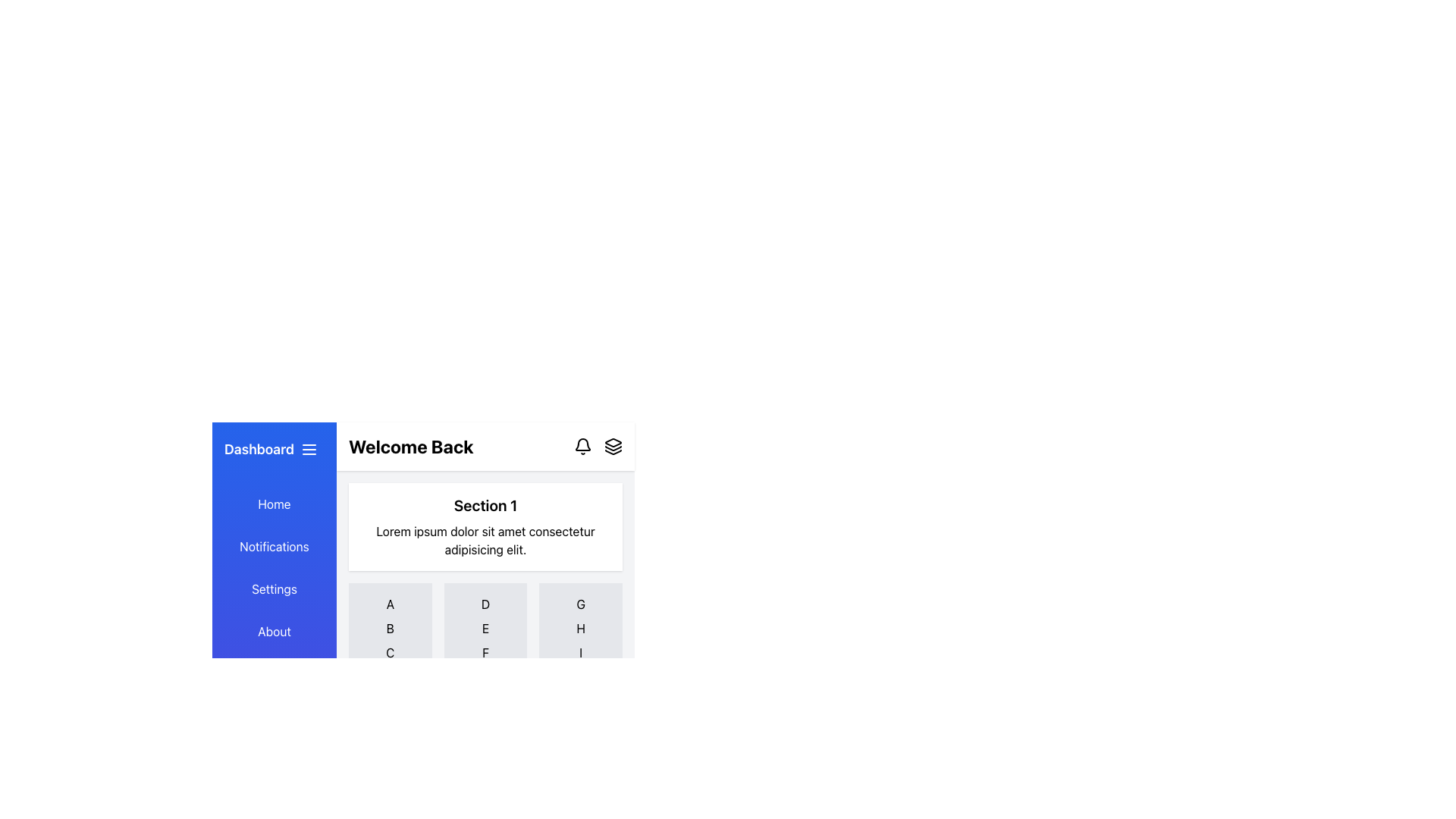  What do you see at coordinates (274, 504) in the screenshot?
I see `the clickable text label for navigation located in the vertical menu, positioned below 'Dashboard' and above 'Notifications'` at bounding box center [274, 504].